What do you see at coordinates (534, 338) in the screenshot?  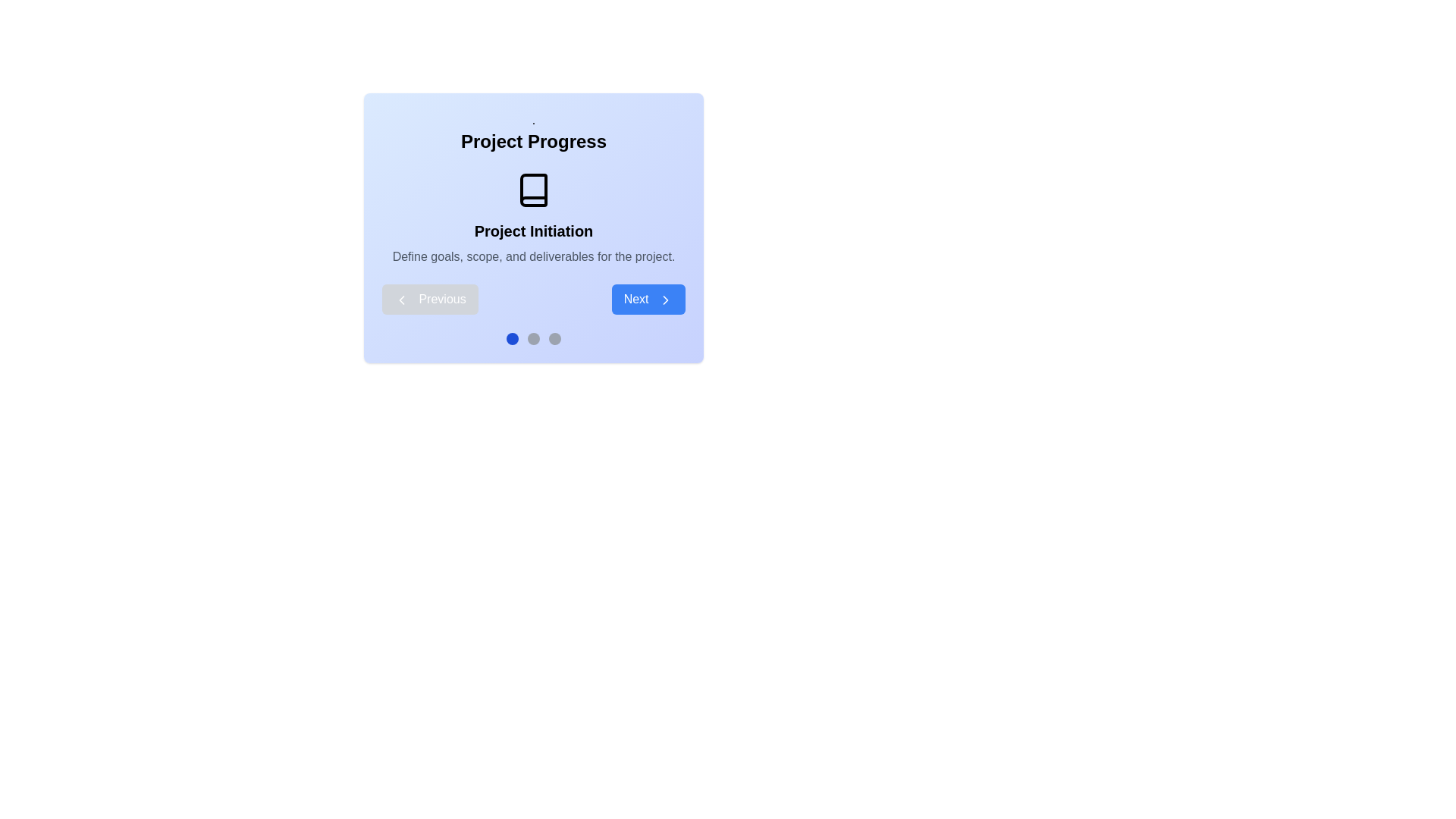 I see `the state of the second circular progress indicator, which is gray and indicates an inactive or unselected state in the sequence of horizontal indicators` at bounding box center [534, 338].